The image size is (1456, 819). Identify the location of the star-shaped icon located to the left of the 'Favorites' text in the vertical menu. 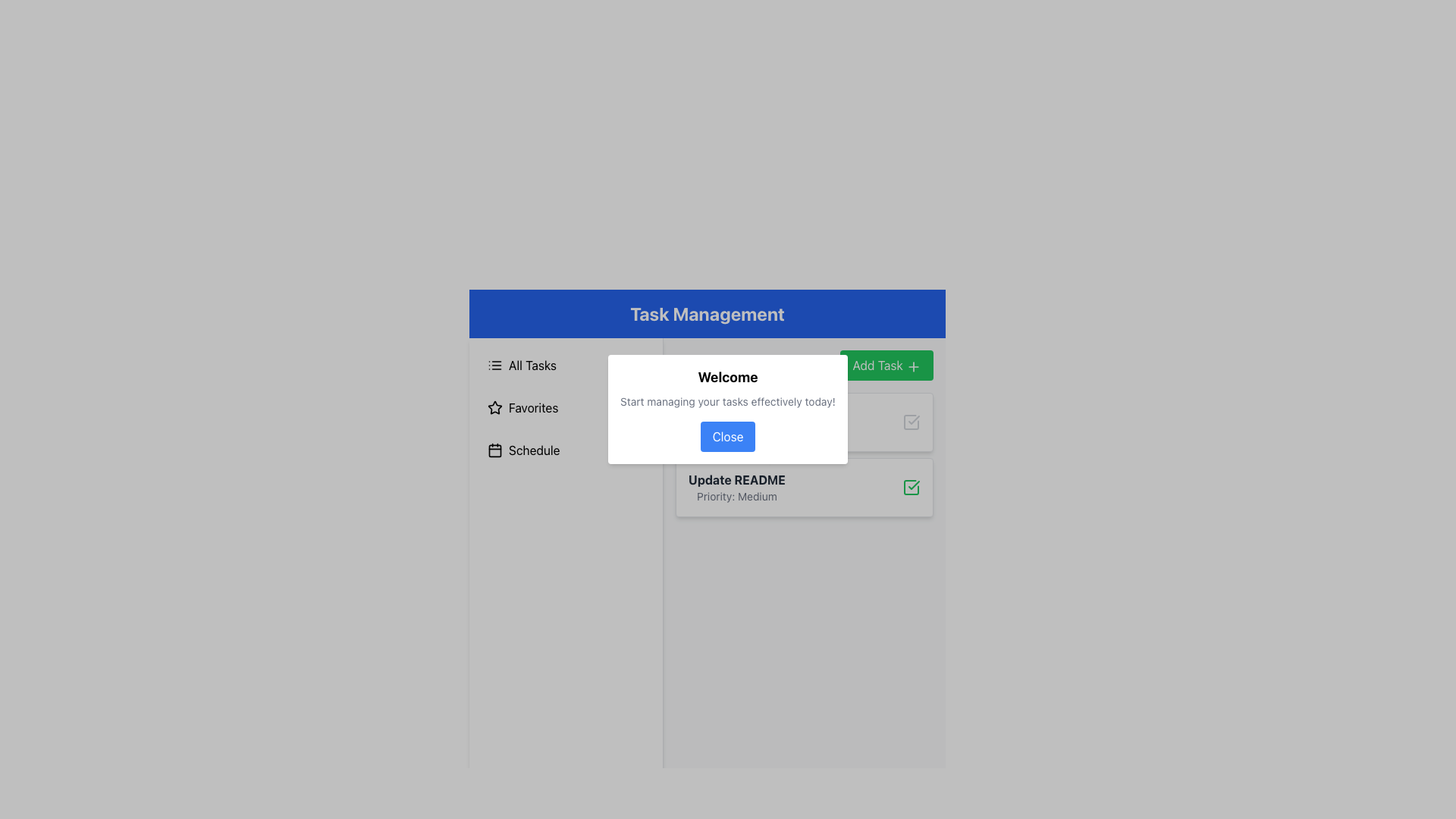
(494, 406).